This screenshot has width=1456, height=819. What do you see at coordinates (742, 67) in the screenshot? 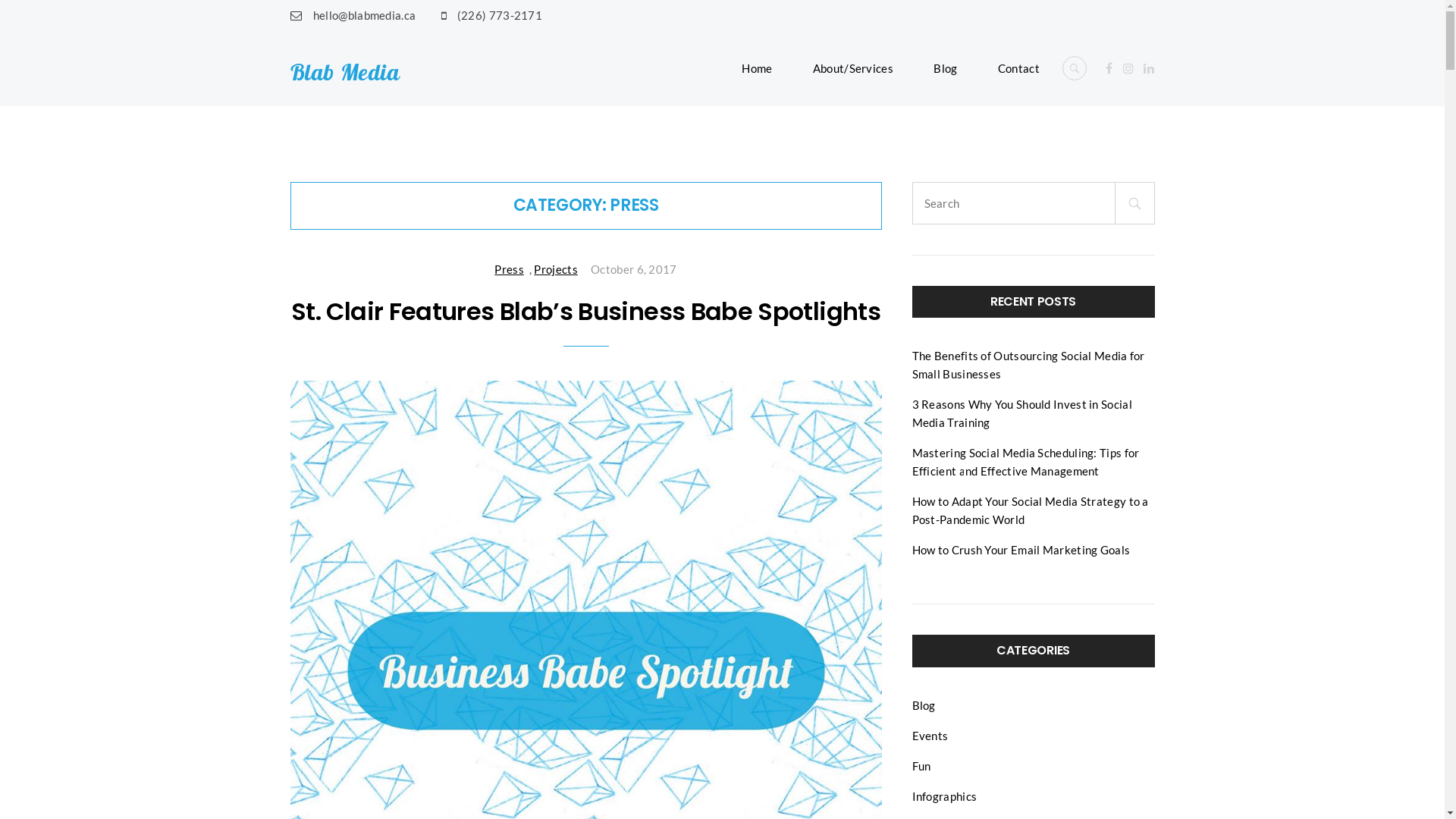
I see `'Home'` at bounding box center [742, 67].